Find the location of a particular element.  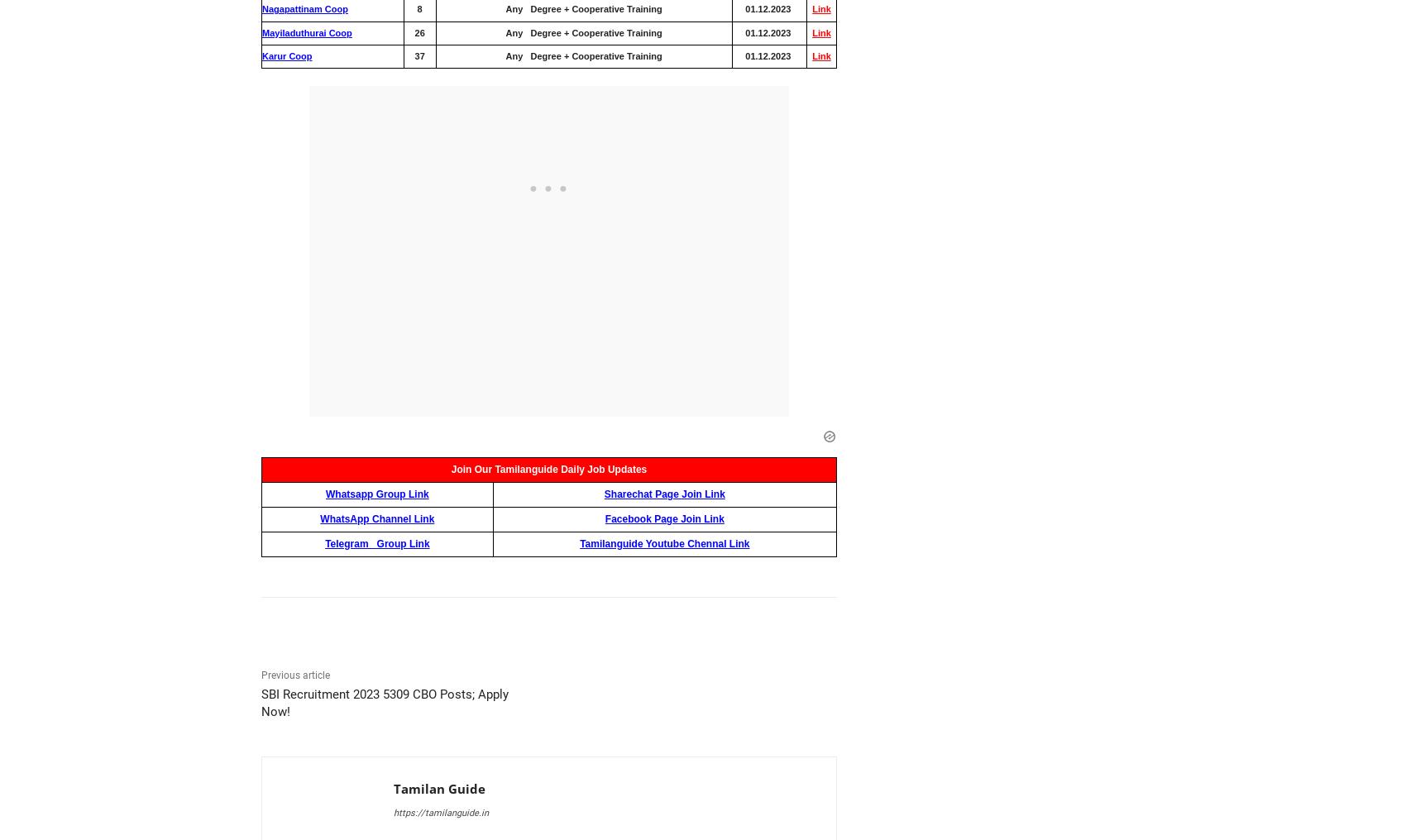

'8' is located at coordinates (418, 7).